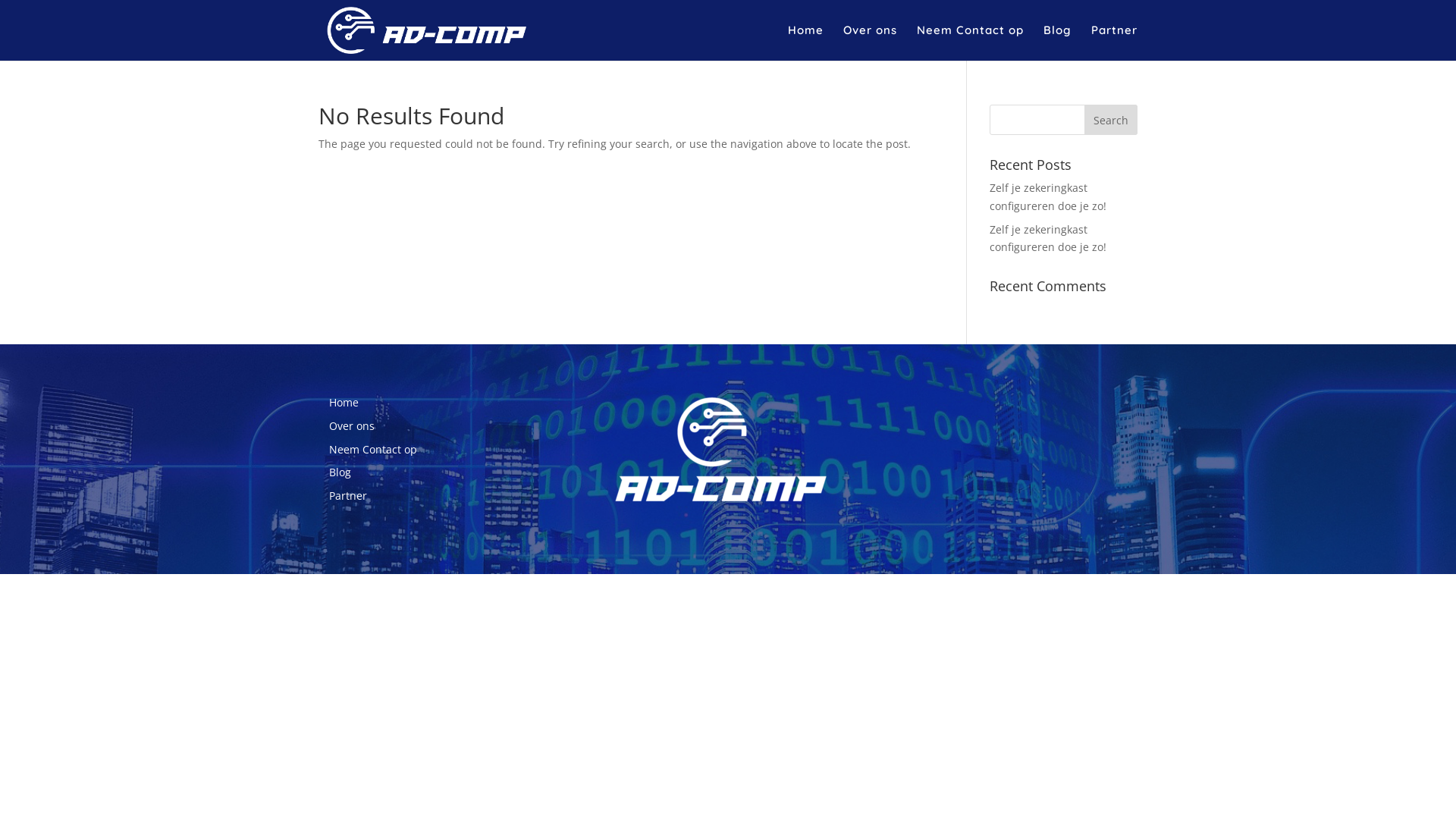 This screenshot has width=1456, height=819. I want to click on 'Home', so click(805, 42).